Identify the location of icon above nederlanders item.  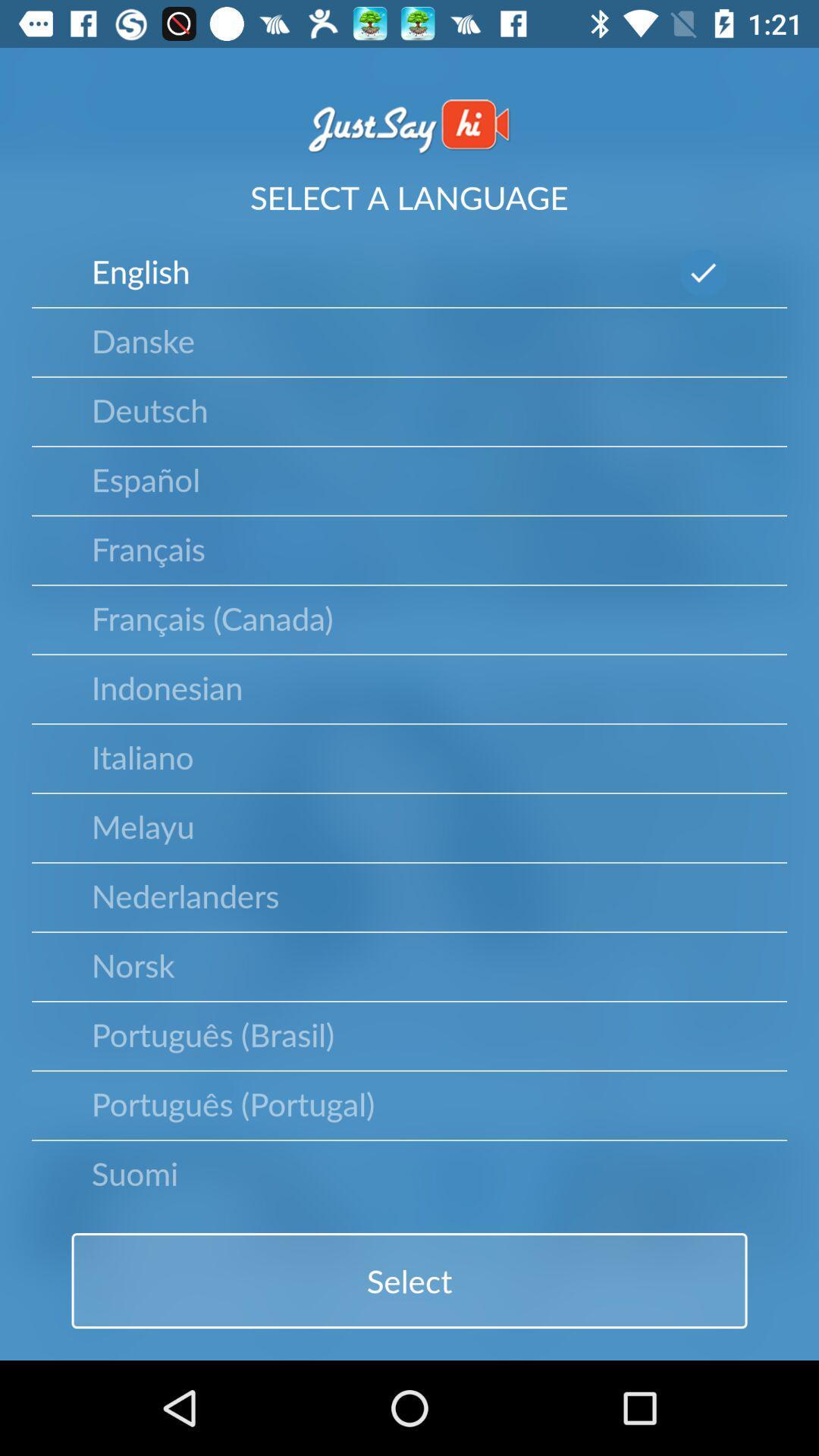
(143, 825).